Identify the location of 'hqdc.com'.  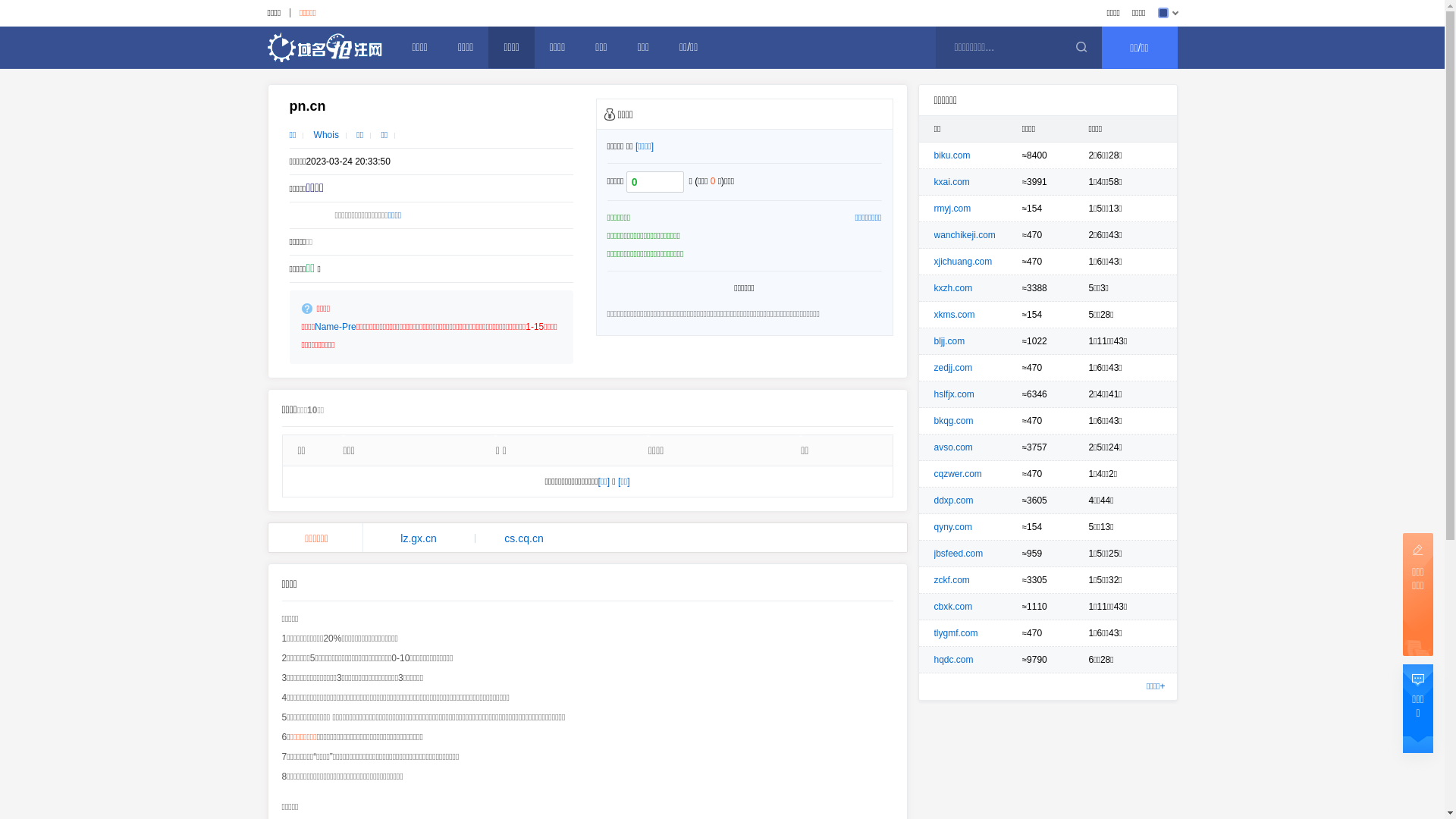
(952, 659).